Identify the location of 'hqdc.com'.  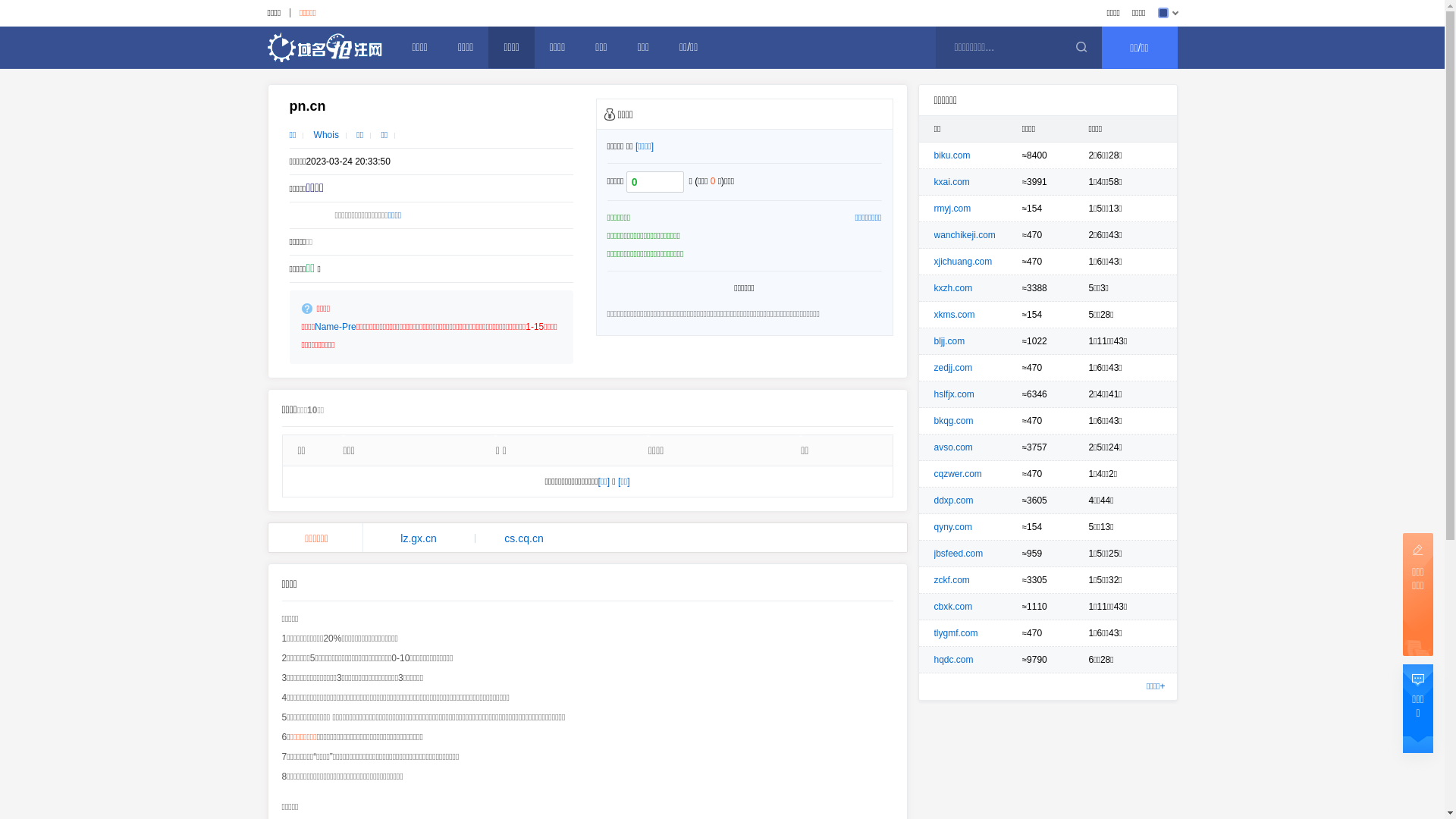
(952, 659).